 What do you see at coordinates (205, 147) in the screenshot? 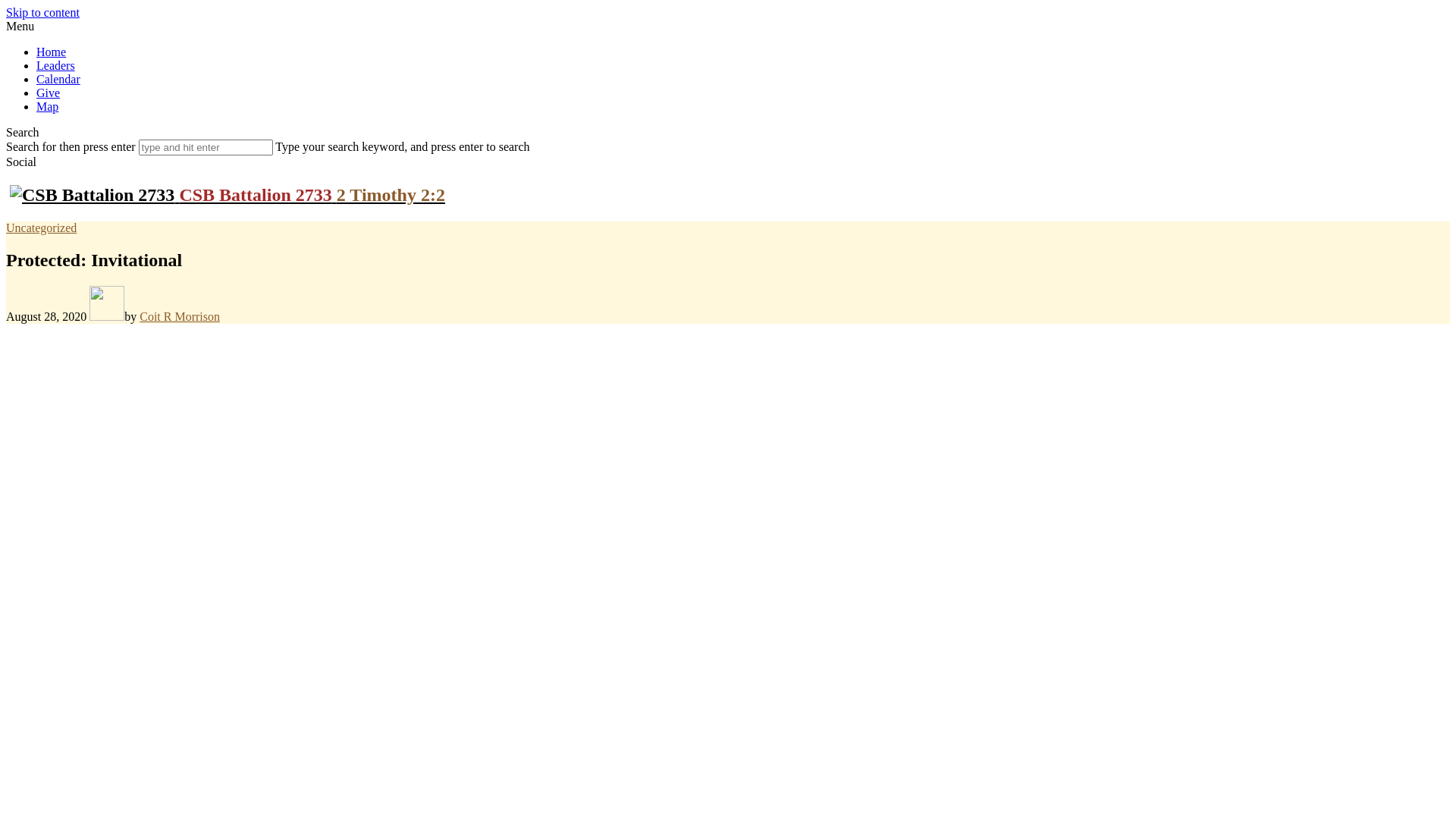
I see `'Search for:'` at bounding box center [205, 147].